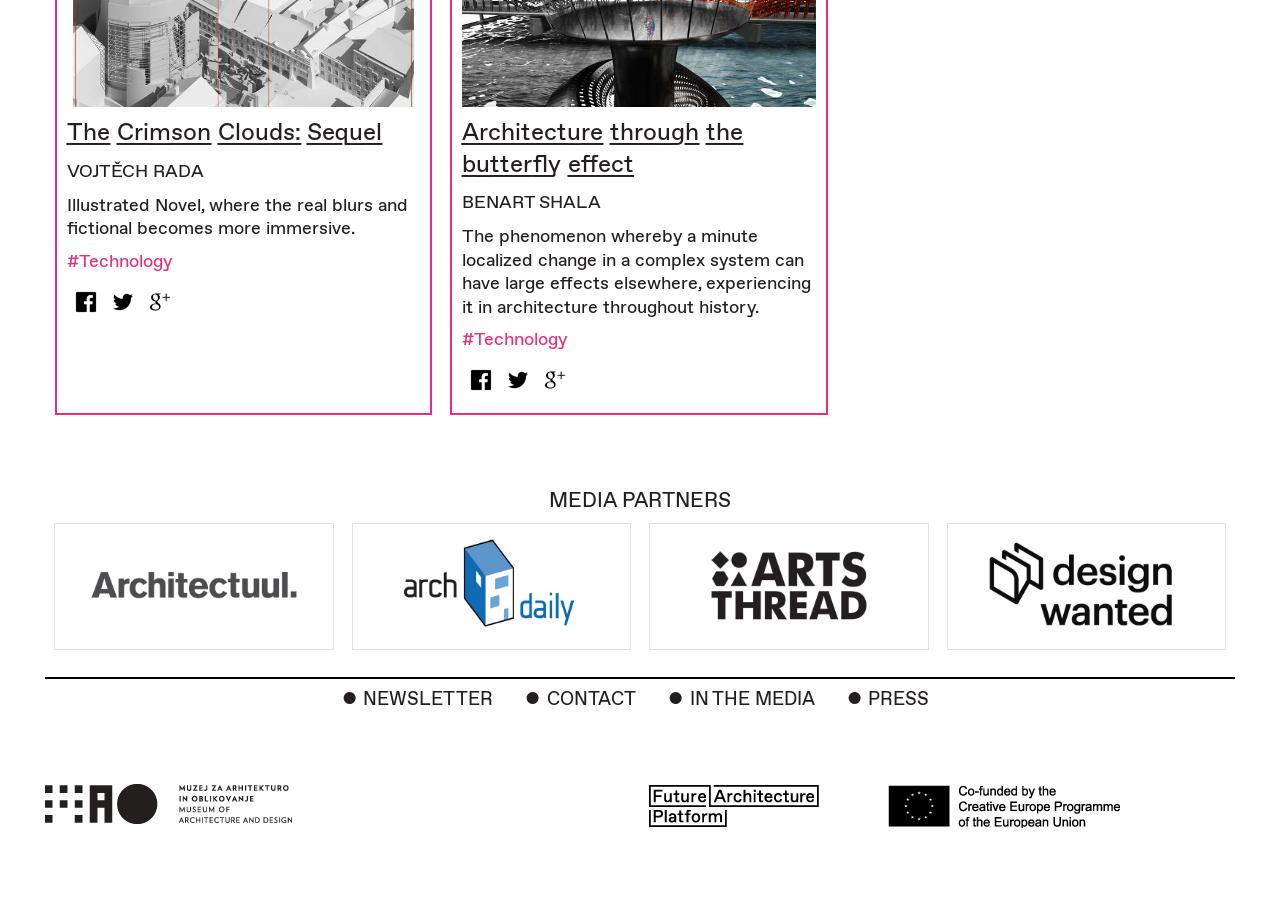 The width and height of the screenshot is (1280, 918). What do you see at coordinates (590, 697) in the screenshot?
I see `'Contact'` at bounding box center [590, 697].